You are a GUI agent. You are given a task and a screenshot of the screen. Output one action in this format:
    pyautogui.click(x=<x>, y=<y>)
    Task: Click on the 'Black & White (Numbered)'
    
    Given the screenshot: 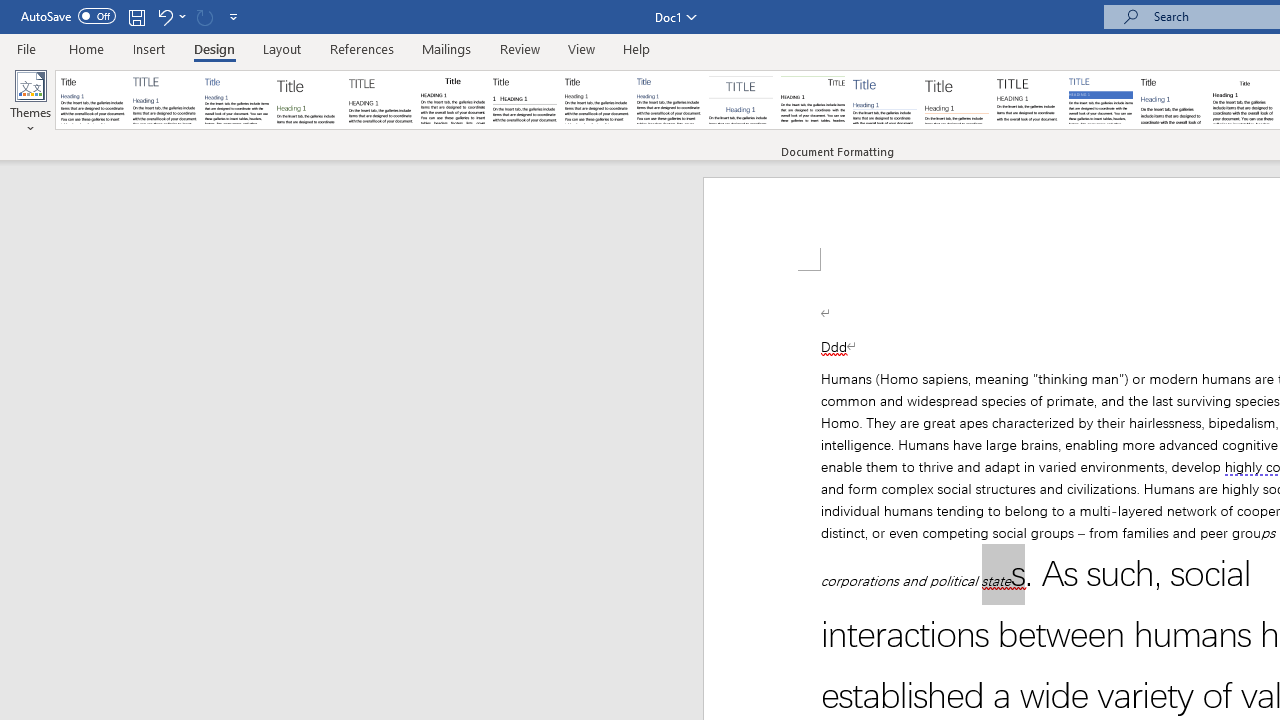 What is the action you would take?
    pyautogui.click(x=524, y=100)
    